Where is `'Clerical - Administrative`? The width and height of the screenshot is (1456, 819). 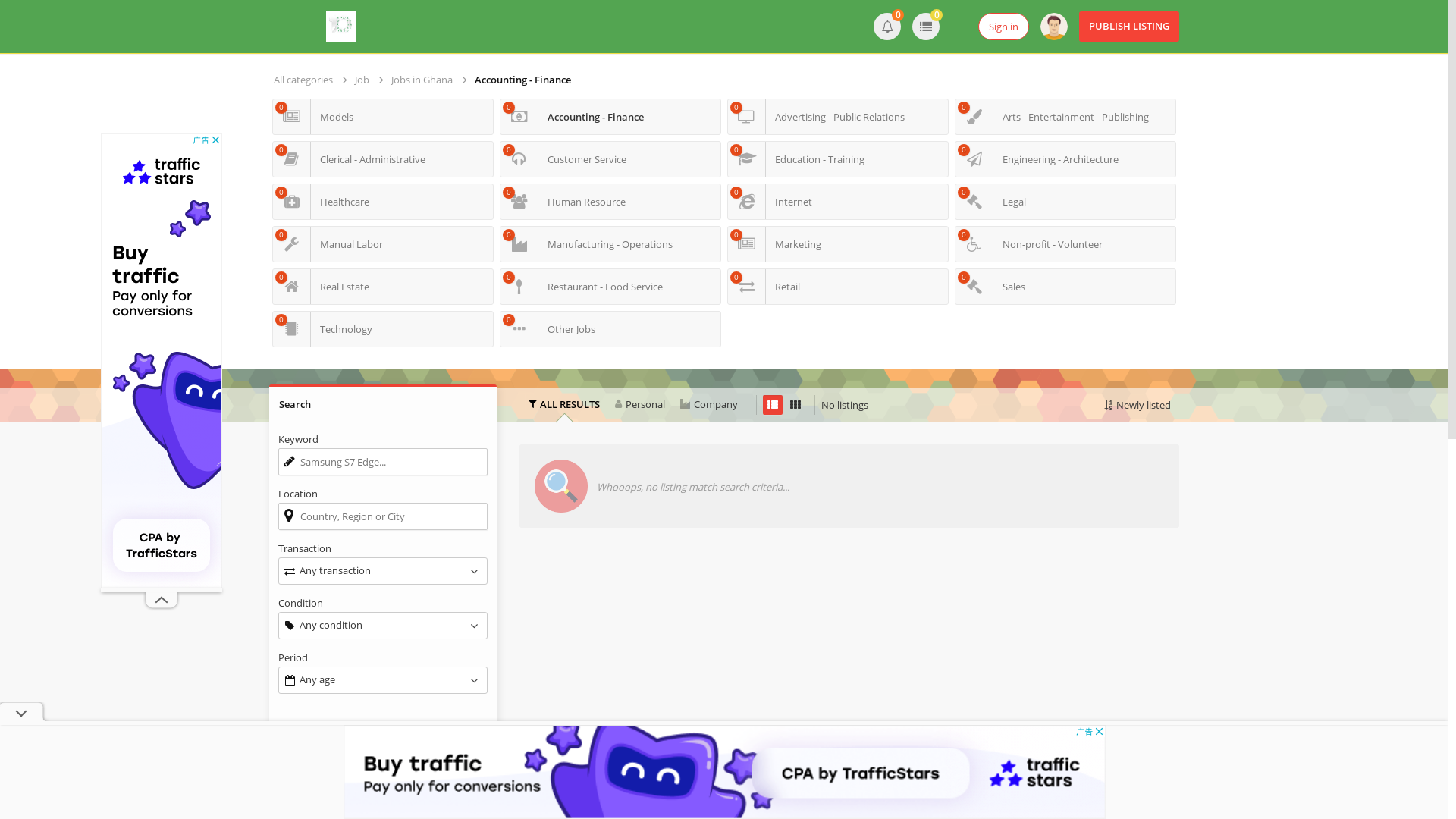 'Clerical - Administrative is located at coordinates (382, 158).